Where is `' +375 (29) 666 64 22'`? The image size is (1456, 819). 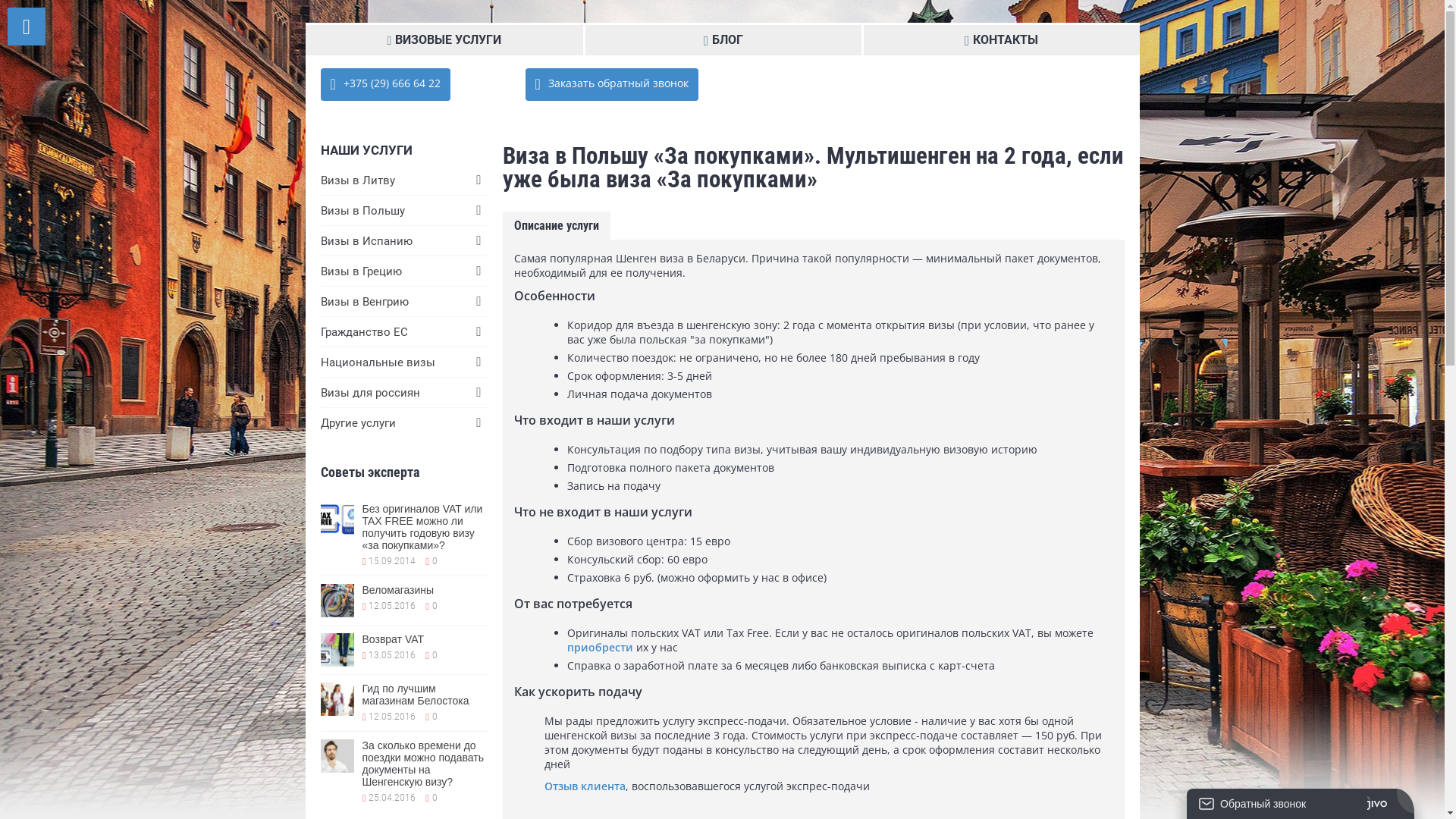 ' +375 (29) 666 64 22' is located at coordinates (384, 84).